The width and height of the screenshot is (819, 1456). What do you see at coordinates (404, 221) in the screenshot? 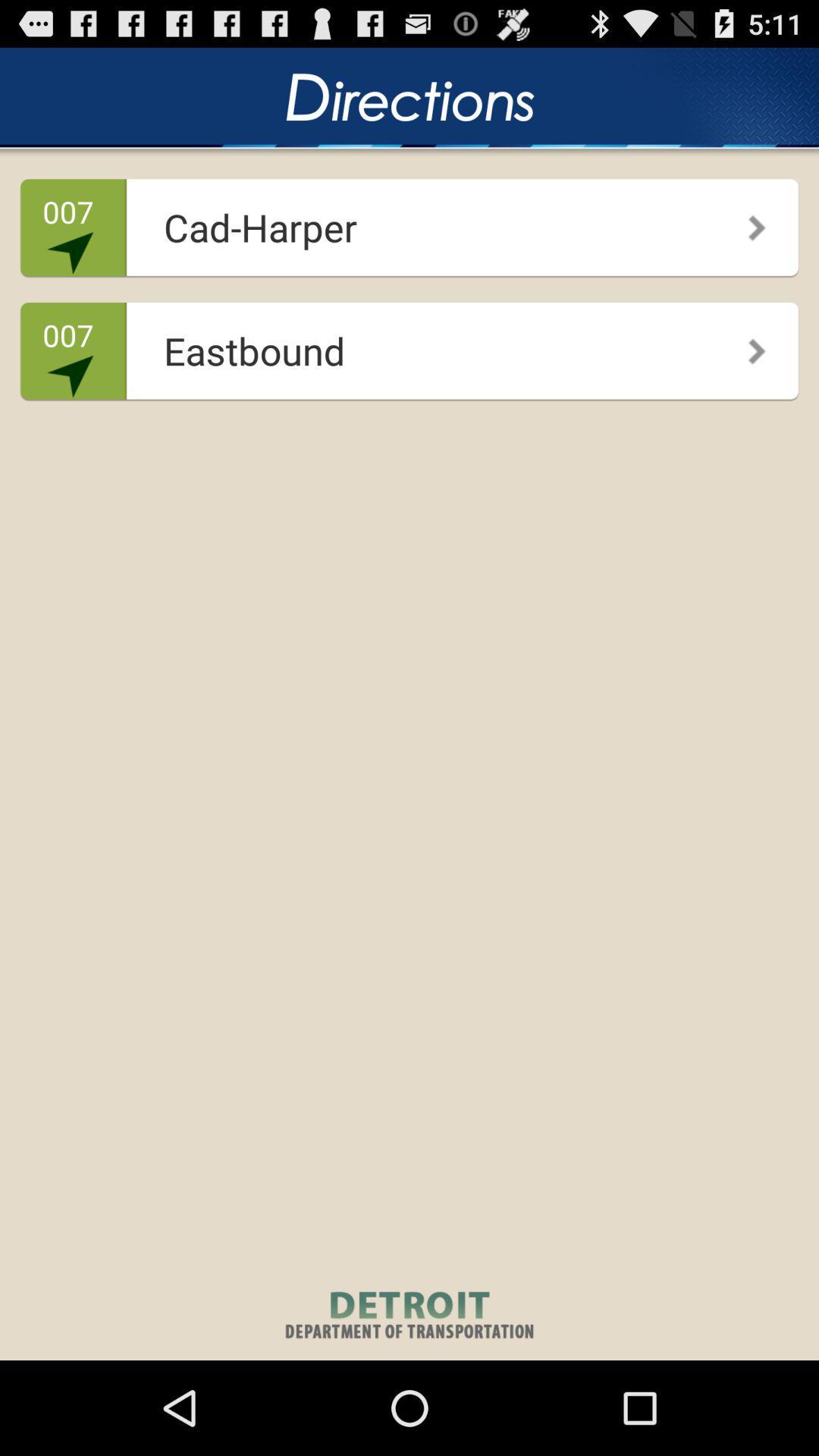
I see `the cad-harper icon` at bounding box center [404, 221].